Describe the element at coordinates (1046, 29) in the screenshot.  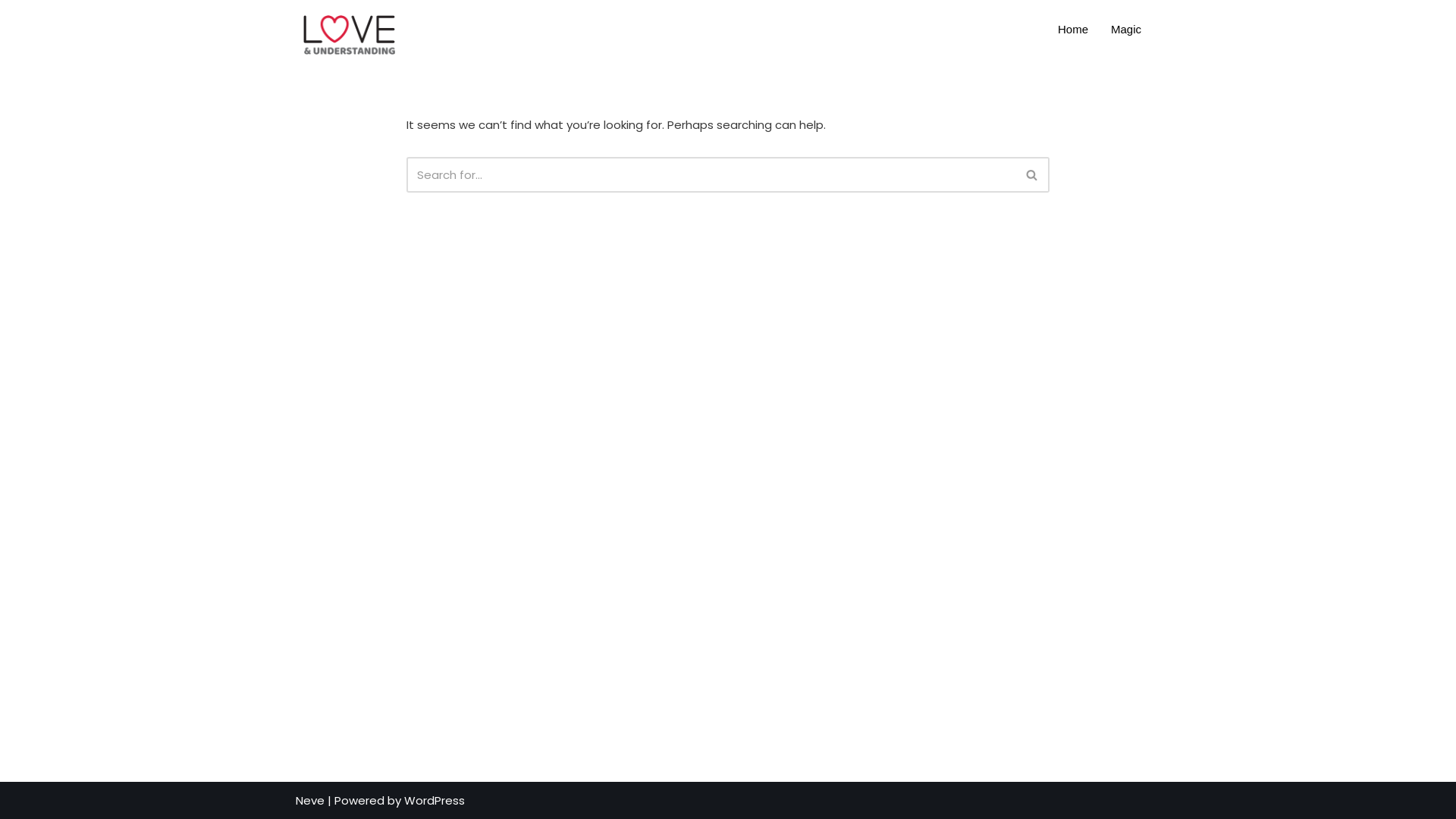
I see `'Home'` at that location.